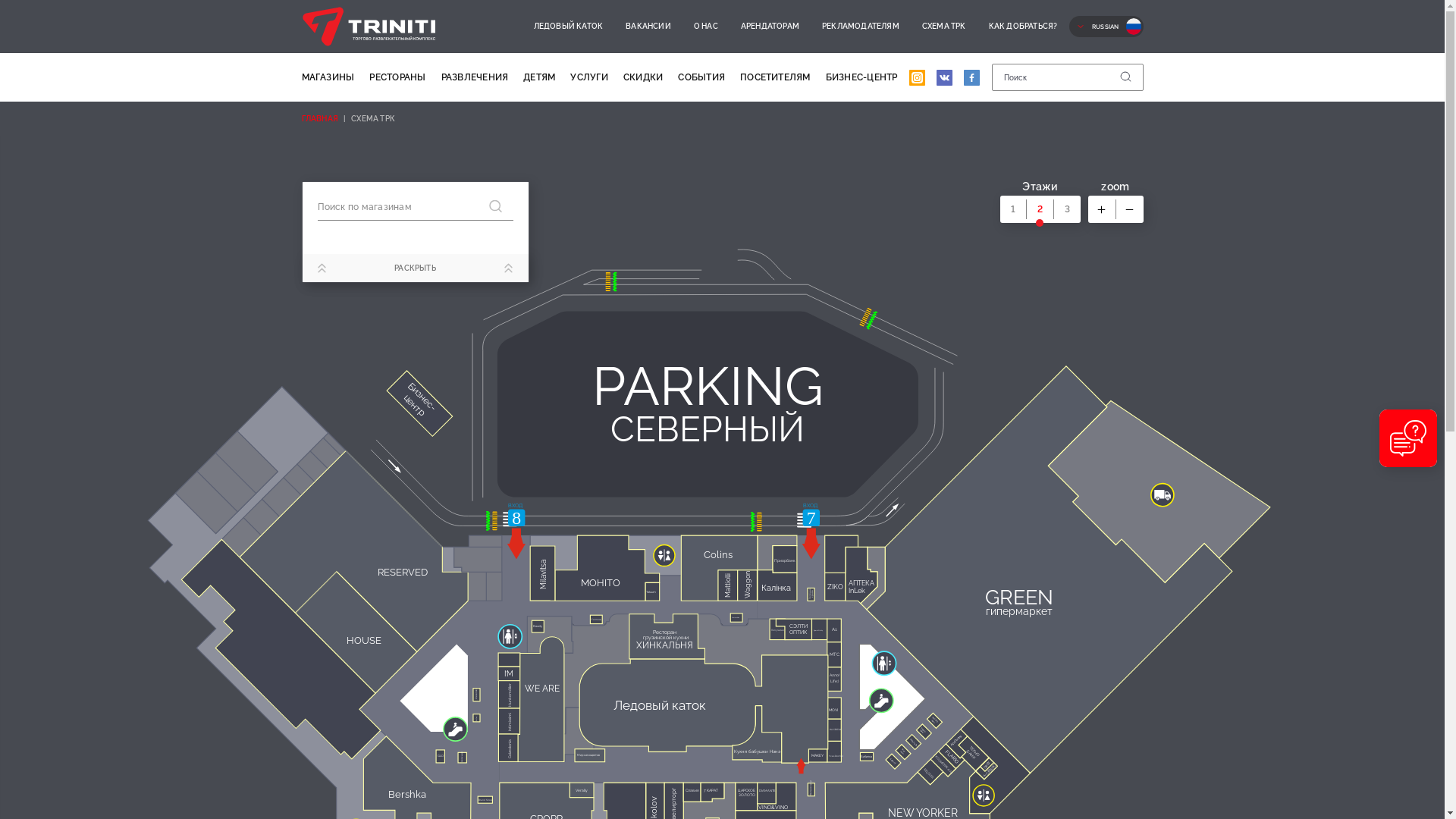 The height and width of the screenshot is (819, 1456). I want to click on 'RUSSIAN', so click(1068, 26).